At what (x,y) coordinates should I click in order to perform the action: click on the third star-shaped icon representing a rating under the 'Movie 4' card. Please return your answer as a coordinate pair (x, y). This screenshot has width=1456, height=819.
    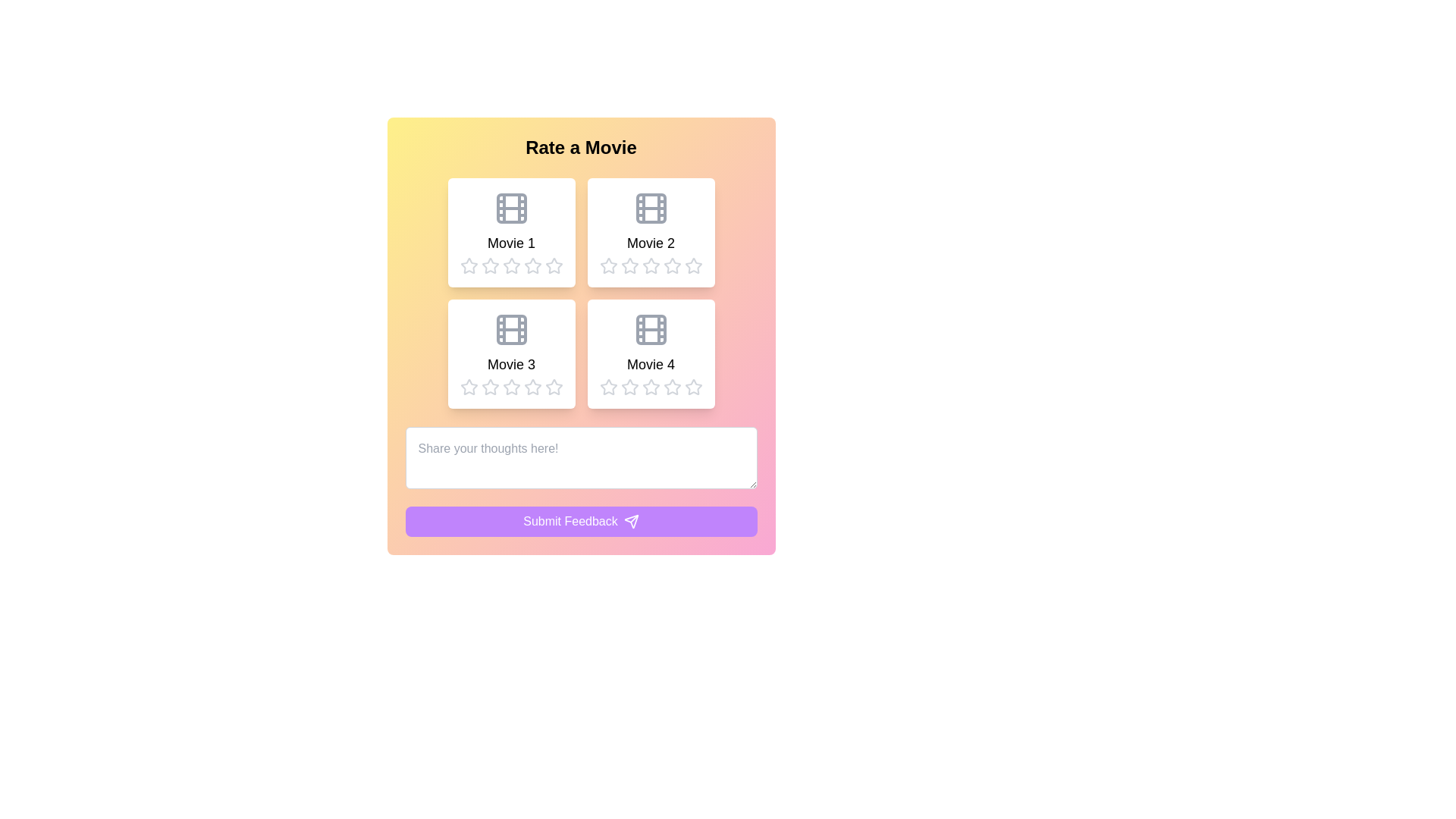
    Looking at the image, I should click on (671, 386).